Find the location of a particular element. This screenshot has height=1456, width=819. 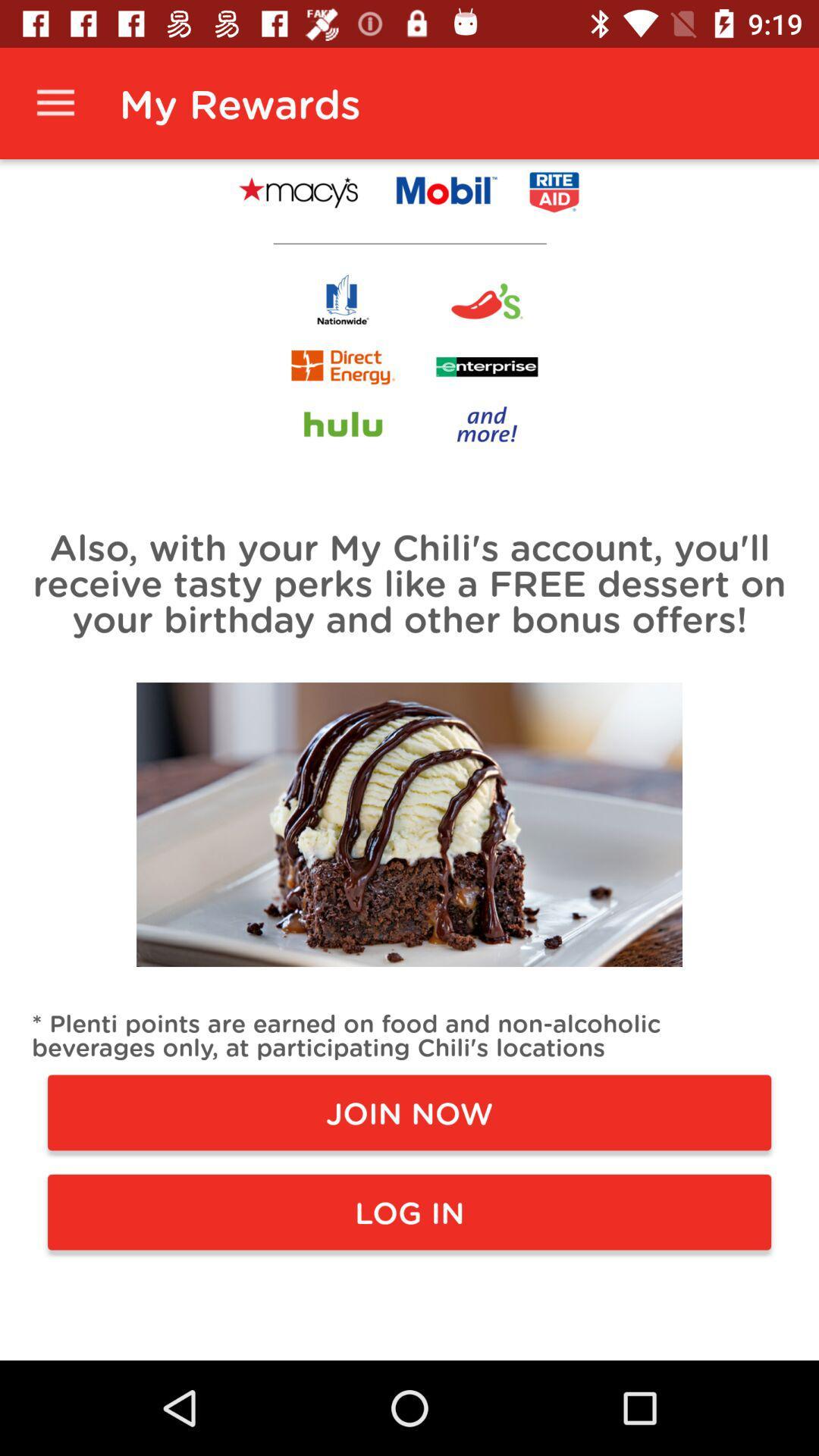

the item next to my rewards item is located at coordinates (55, 102).